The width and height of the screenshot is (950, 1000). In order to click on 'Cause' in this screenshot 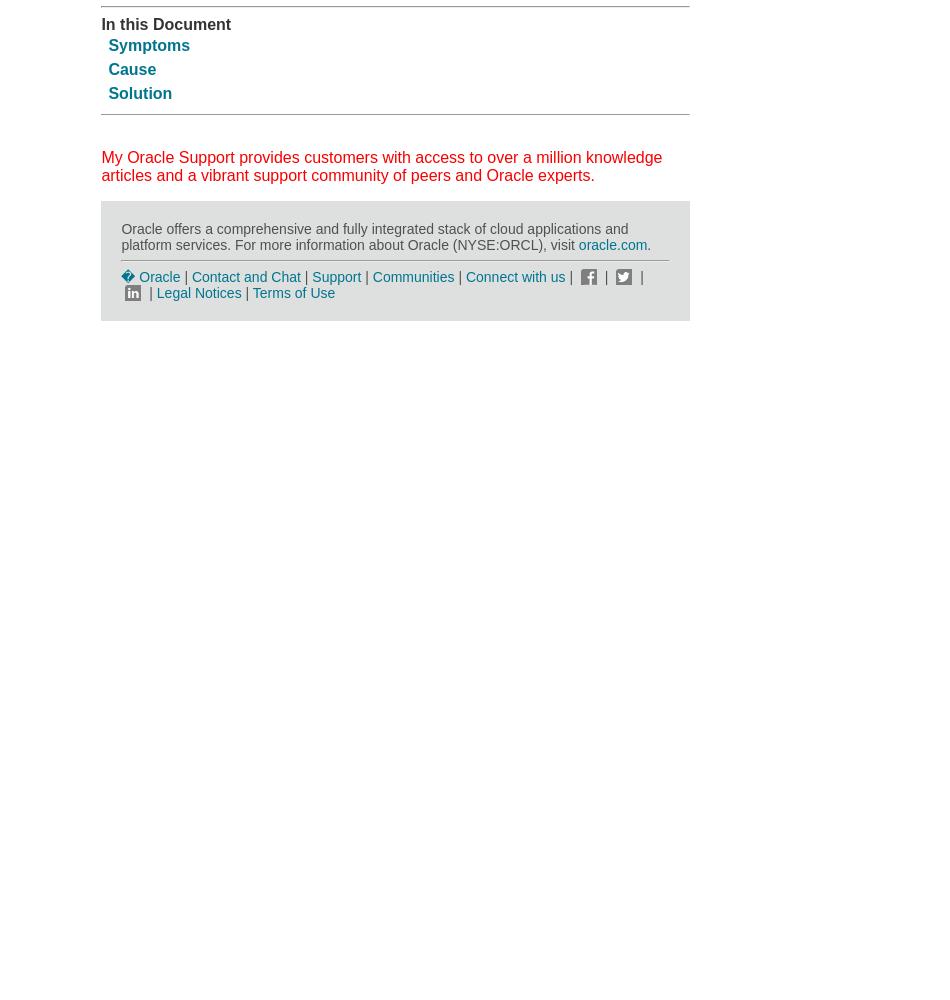, I will do `click(131, 67)`.